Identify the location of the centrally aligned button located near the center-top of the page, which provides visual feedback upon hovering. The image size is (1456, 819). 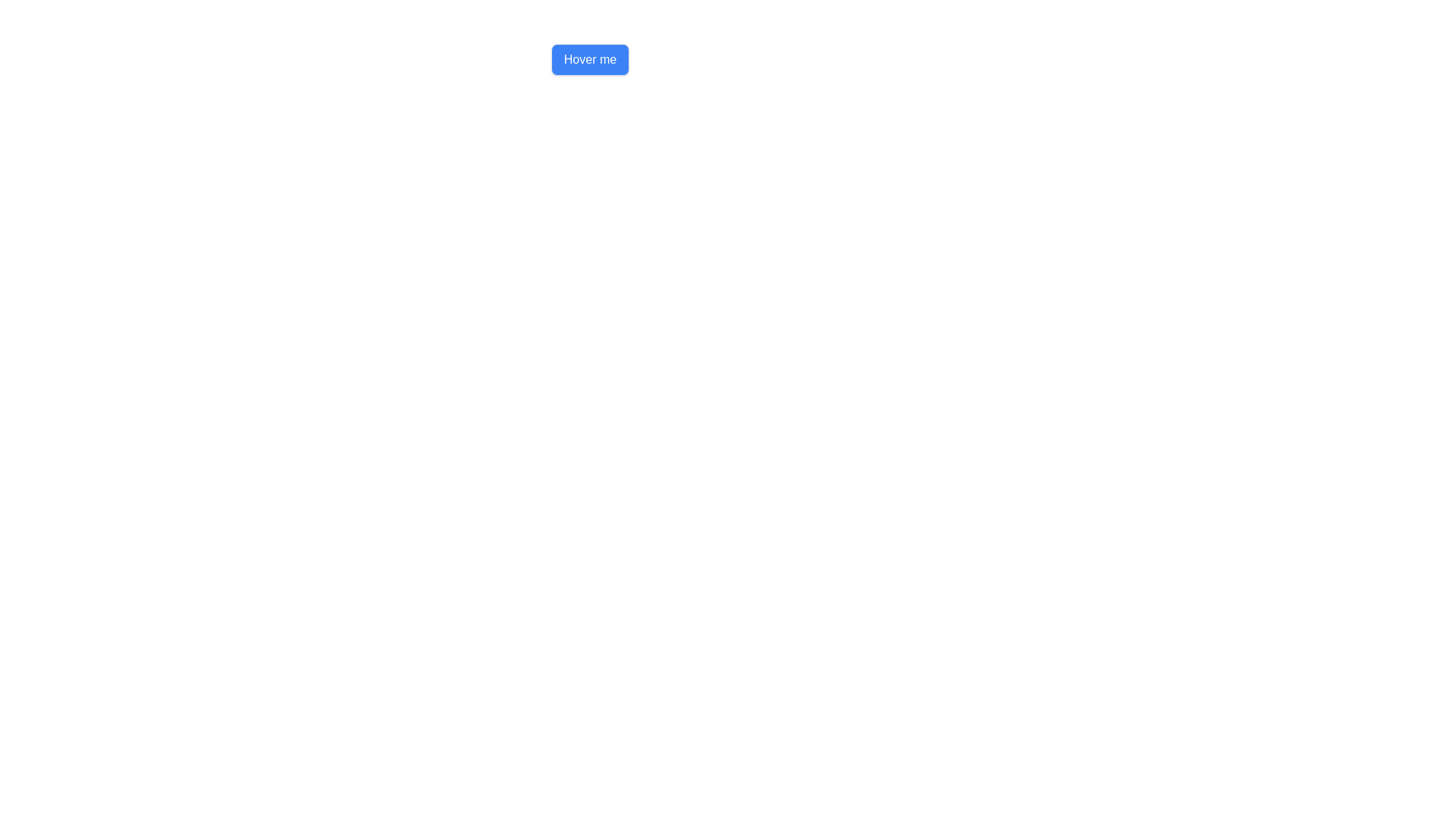
(589, 58).